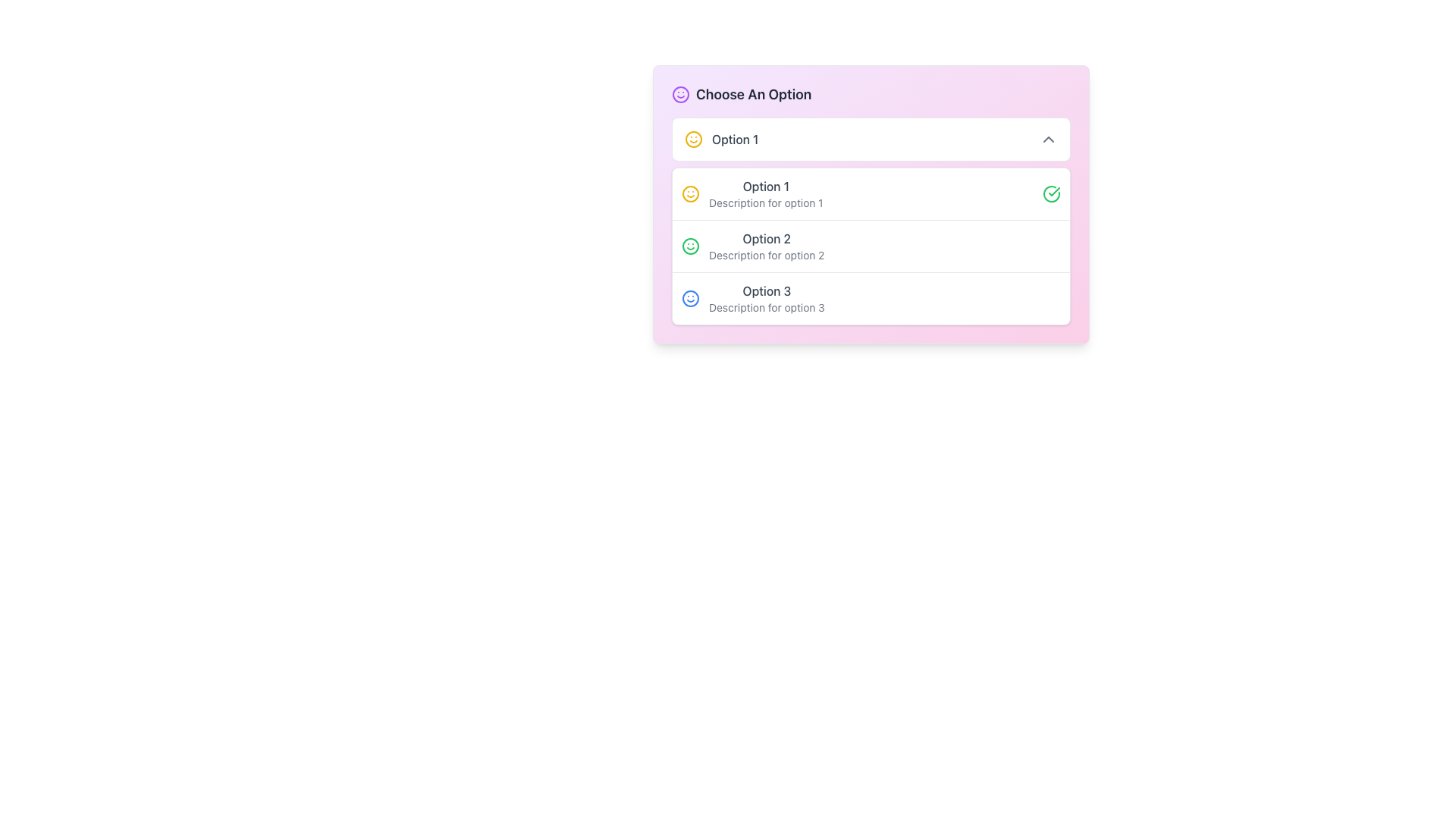 This screenshot has width=1456, height=819. I want to click on the Text label that serves as the title for the second selectable option under the heading 'Choose An Option', so click(767, 239).